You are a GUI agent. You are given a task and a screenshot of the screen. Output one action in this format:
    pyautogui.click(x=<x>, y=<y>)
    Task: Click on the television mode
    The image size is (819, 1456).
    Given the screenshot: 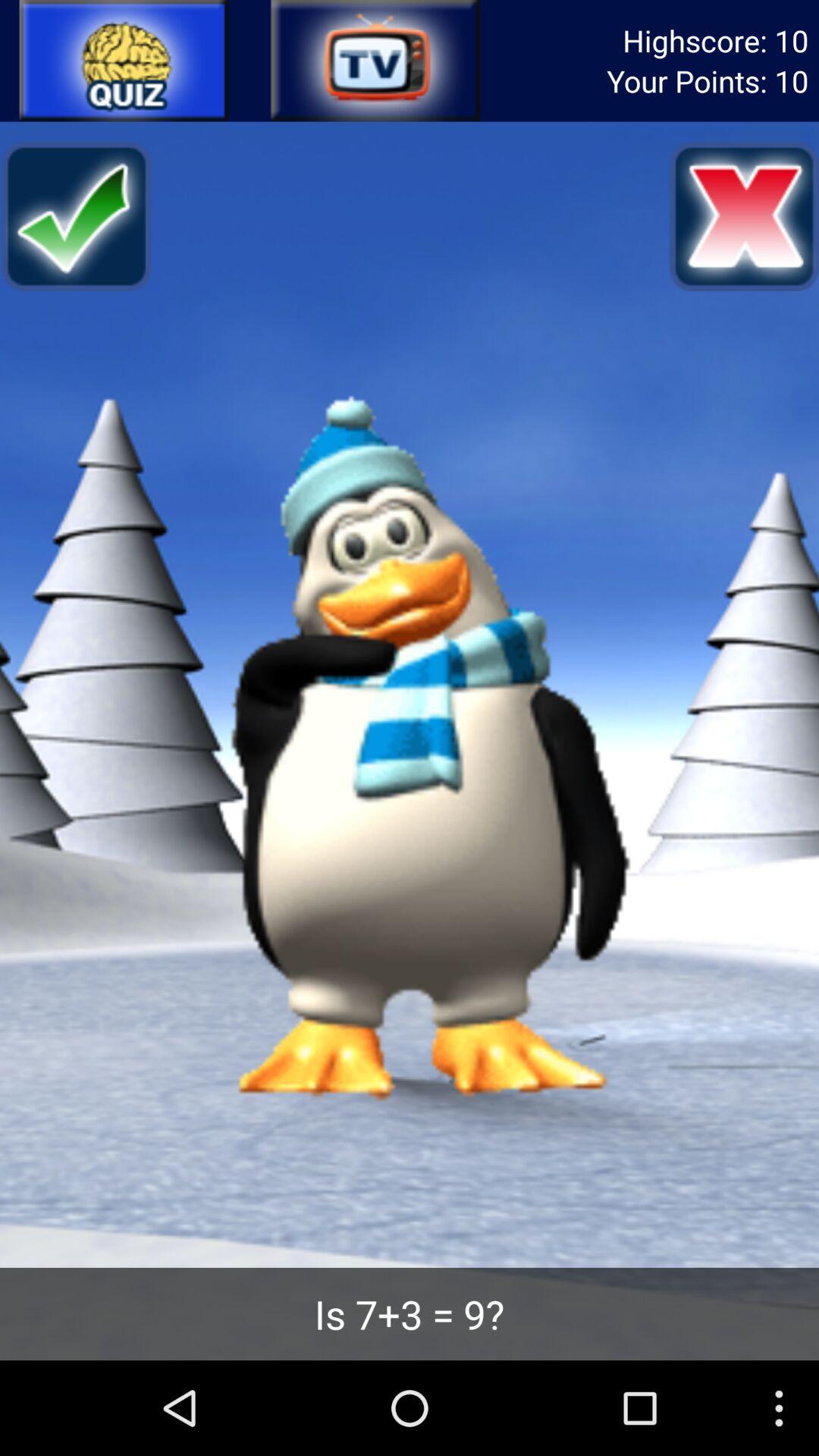 What is the action you would take?
    pyautogui.click(x=374, y=61)
    